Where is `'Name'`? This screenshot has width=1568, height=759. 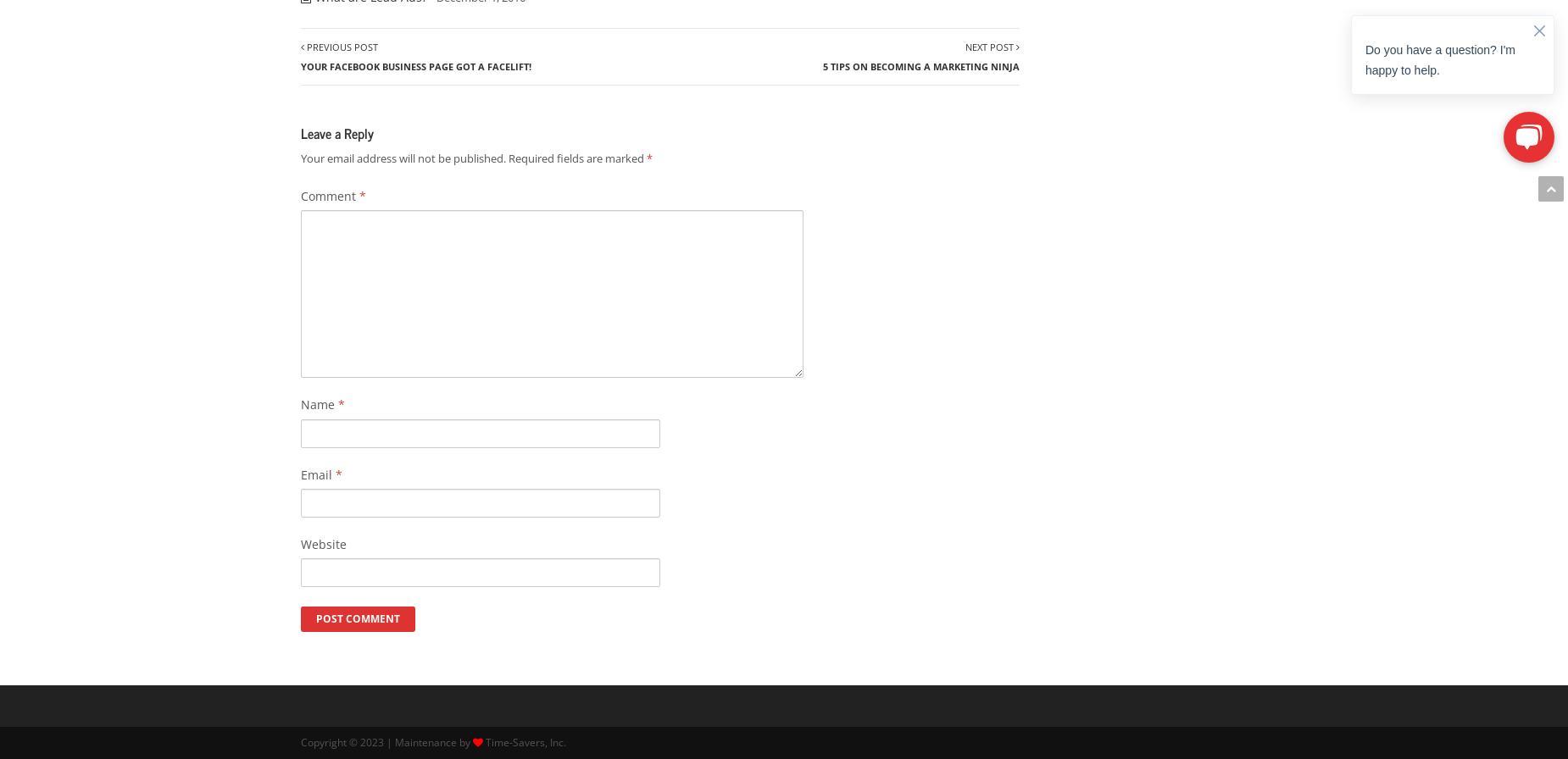
'Name' is located at coordinates (319, 404).